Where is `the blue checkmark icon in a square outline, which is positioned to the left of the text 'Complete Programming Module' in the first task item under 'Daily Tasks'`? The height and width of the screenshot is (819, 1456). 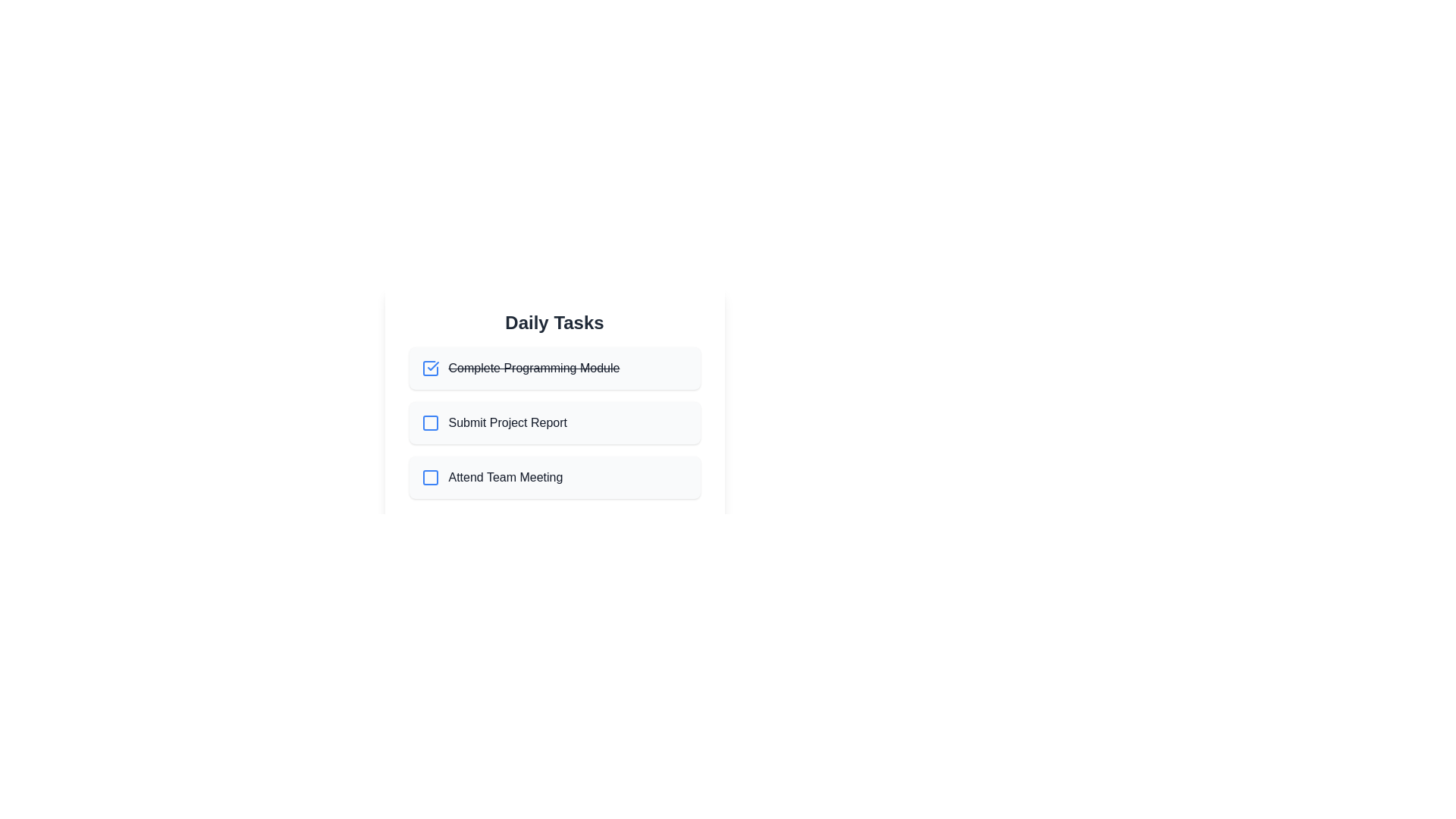
the blue checkmark icon in a square outline, which is positioned to the left of the text 'Complete Programming Module' in the first task item under 'Daily Tasks' is located at coordinates (429, 369).